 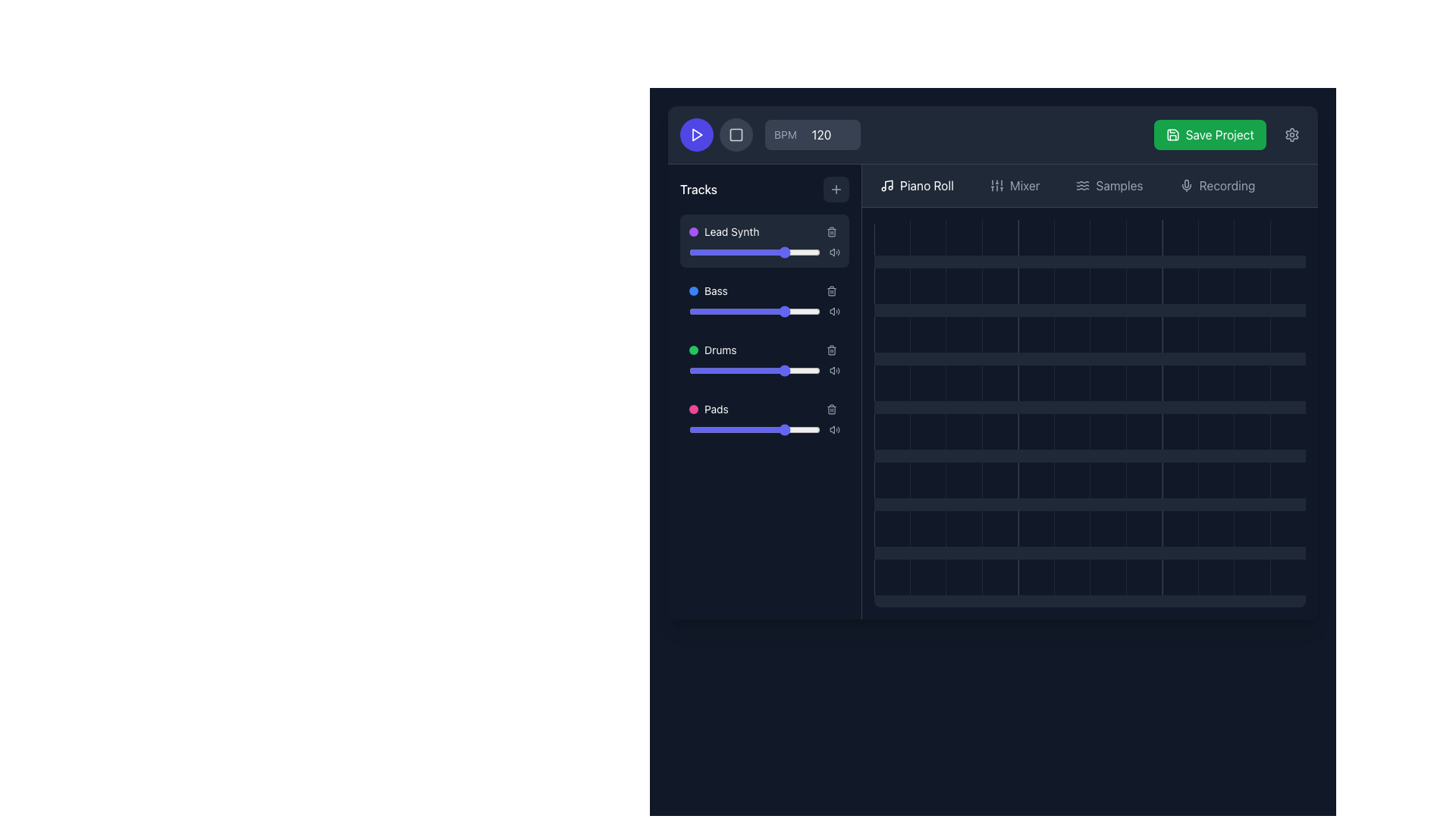 I want to click on the small square-shaped component with a plain dark background located in the first row and the eleventh column of the grid layout, so click(x=1216, y=237).